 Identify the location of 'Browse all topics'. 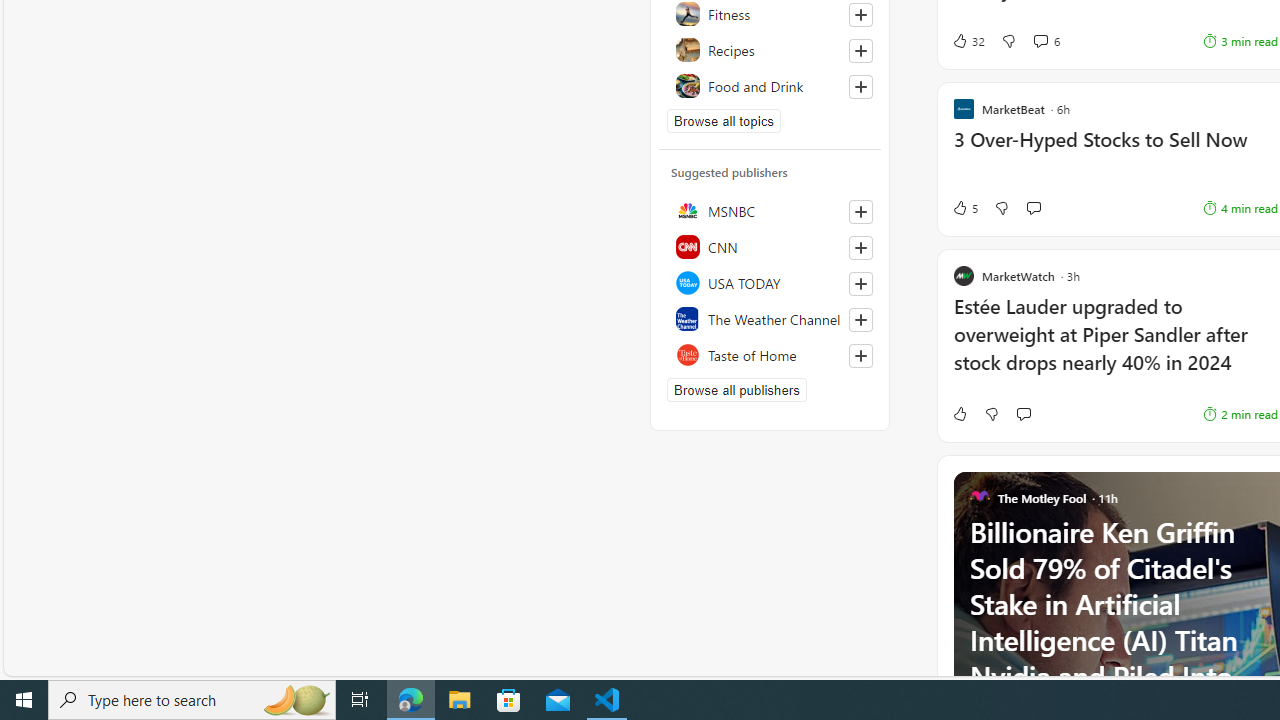
(723, 120).